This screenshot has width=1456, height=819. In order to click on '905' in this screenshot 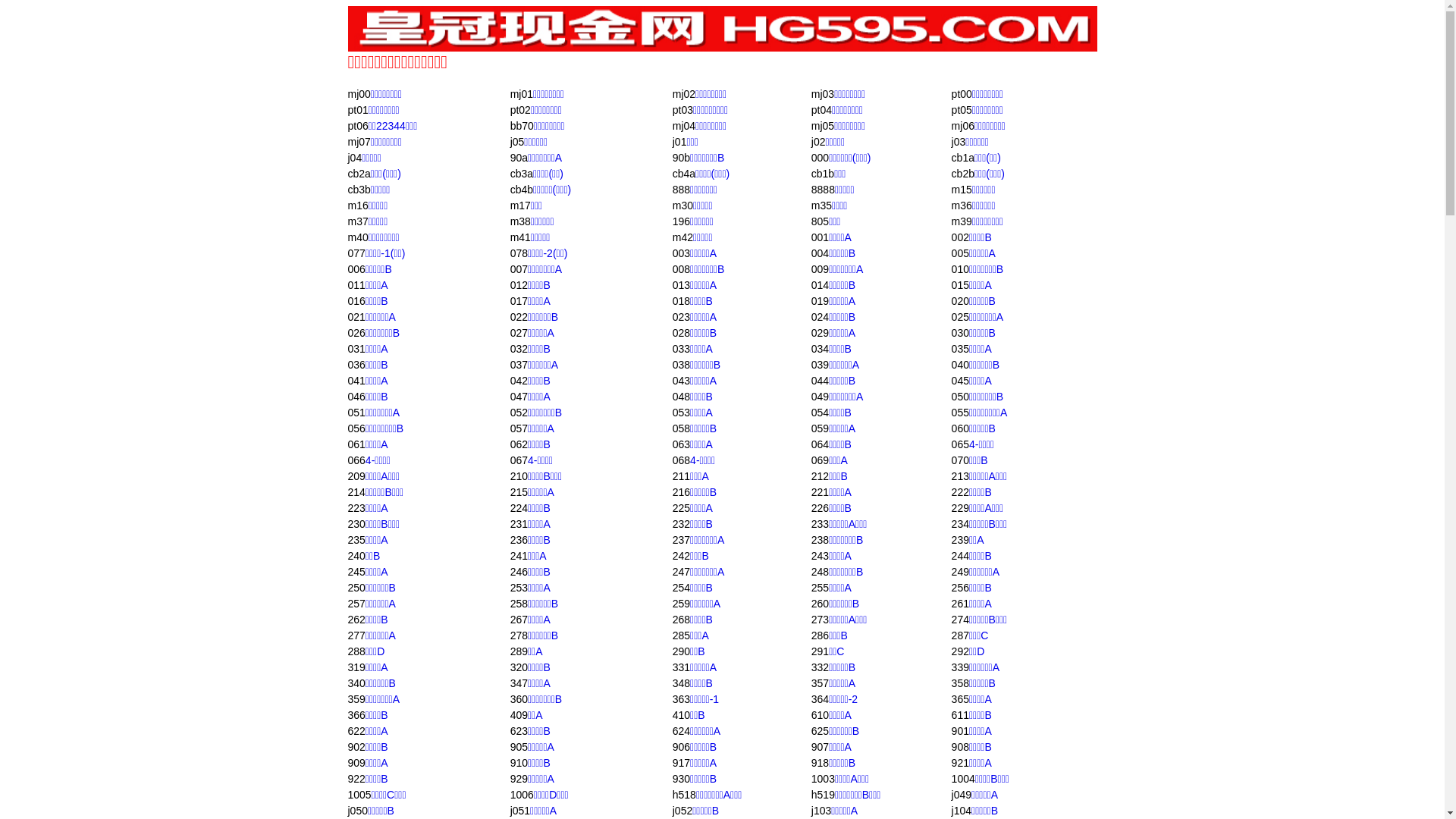, I will do `click(519, 745)`.